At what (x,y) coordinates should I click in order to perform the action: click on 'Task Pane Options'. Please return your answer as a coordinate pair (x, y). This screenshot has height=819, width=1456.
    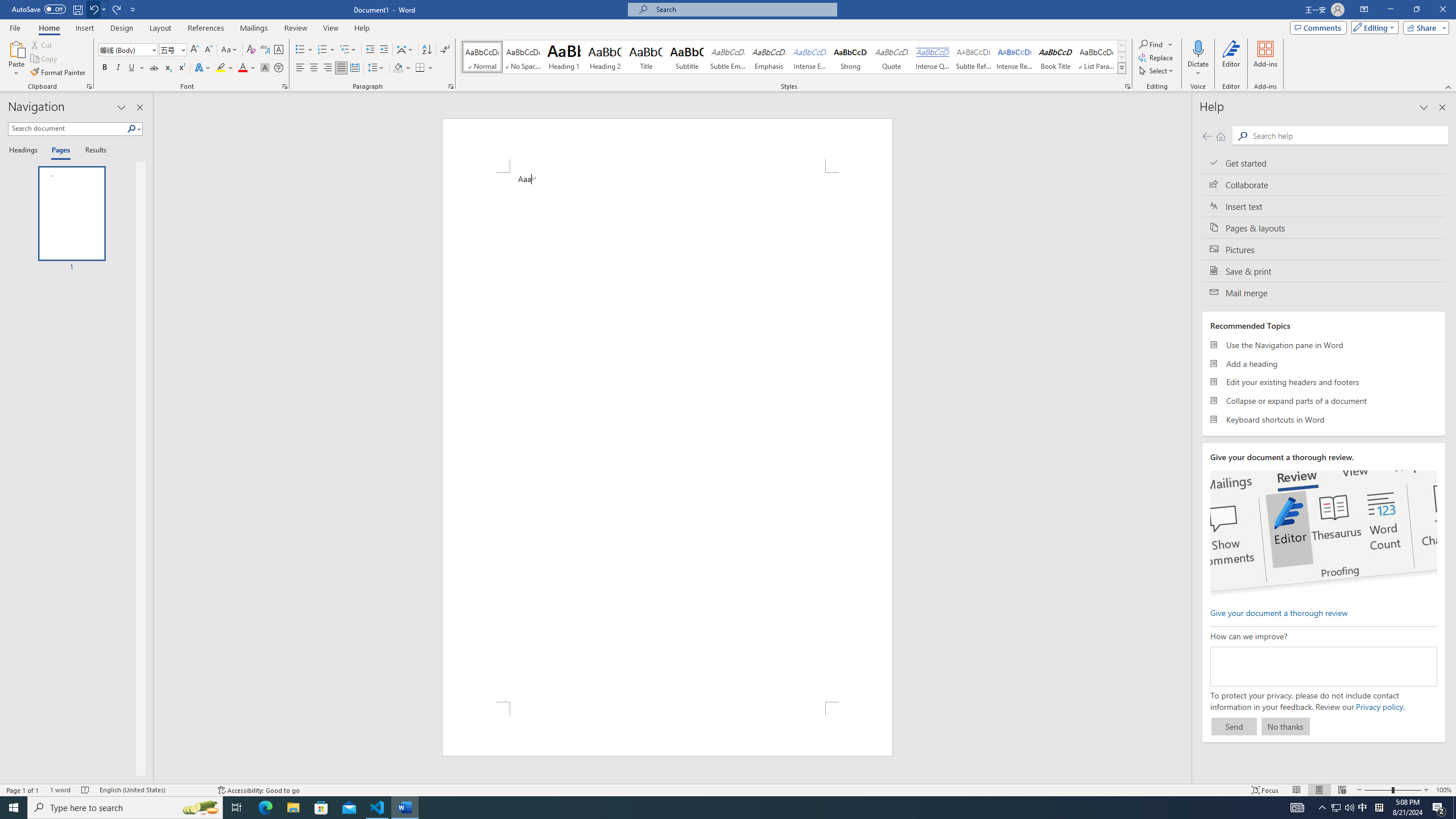
    Looking at the image, I should click on (121, 107).